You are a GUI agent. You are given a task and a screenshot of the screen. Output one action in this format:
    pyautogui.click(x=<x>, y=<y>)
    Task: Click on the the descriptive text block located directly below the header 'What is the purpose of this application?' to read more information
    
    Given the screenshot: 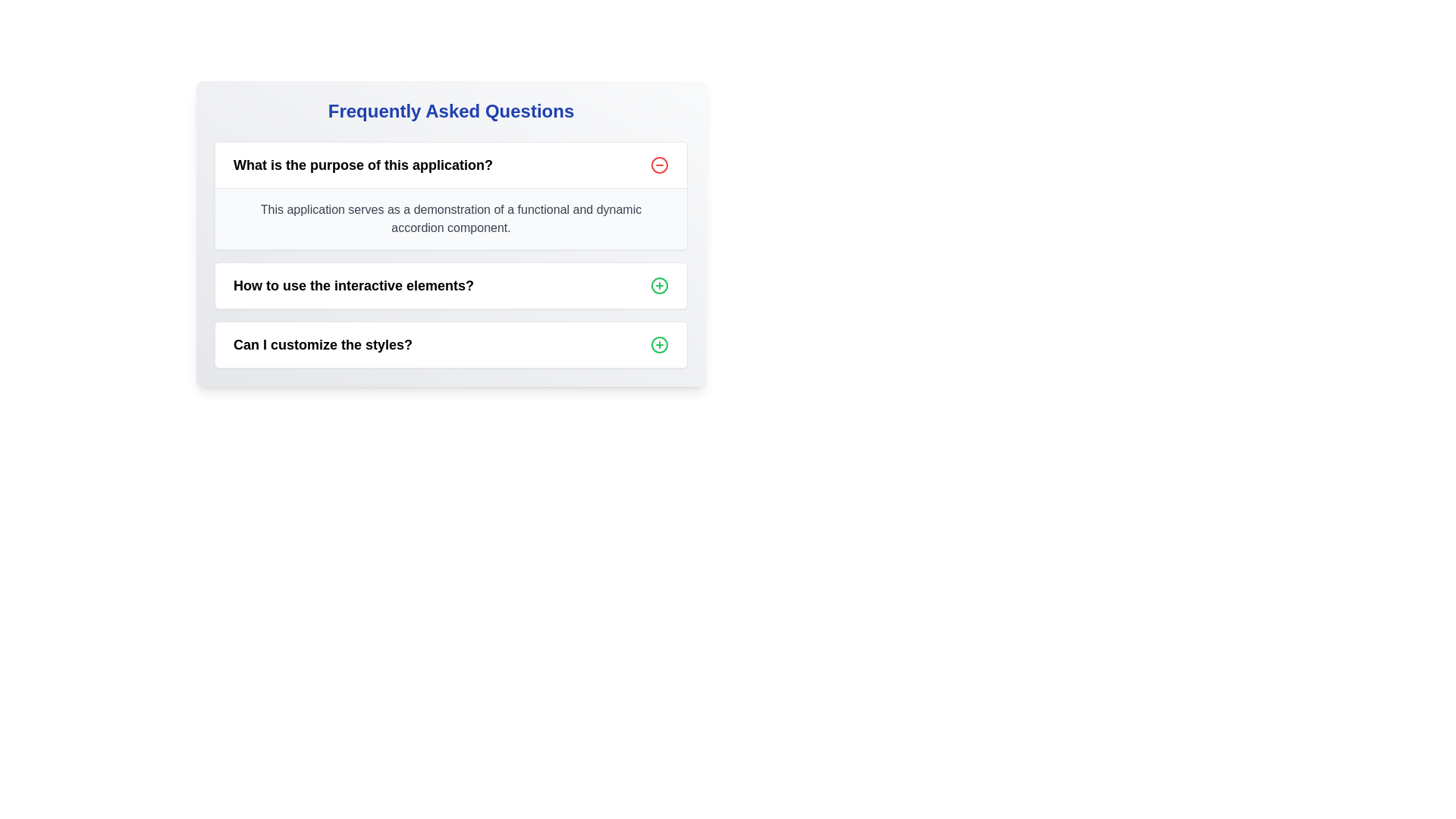 What is the action you would take?
    pyautogui.click(x=450, y=218)
    